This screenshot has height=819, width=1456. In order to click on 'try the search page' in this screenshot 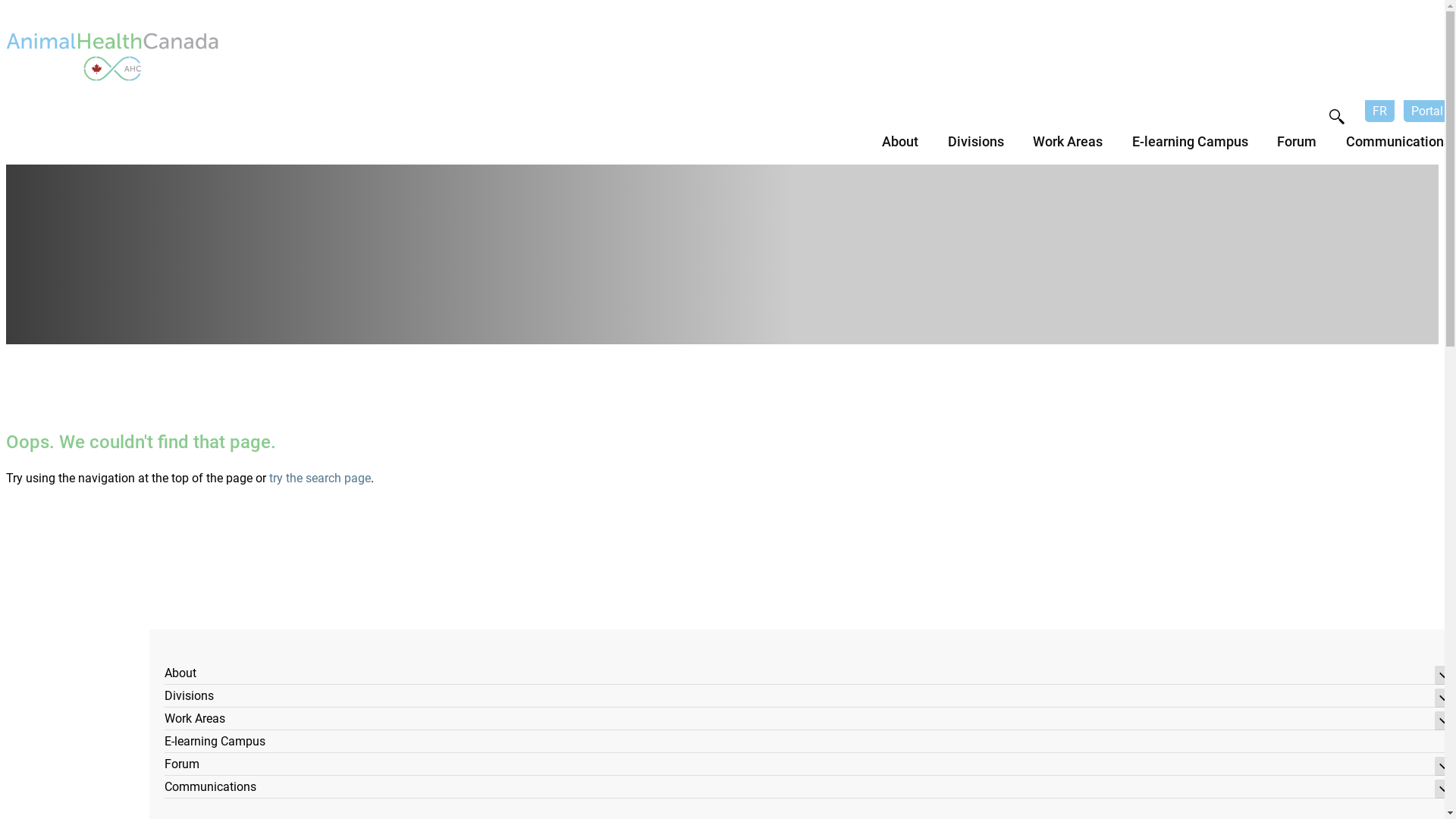, I will do `click(319, 478)`.